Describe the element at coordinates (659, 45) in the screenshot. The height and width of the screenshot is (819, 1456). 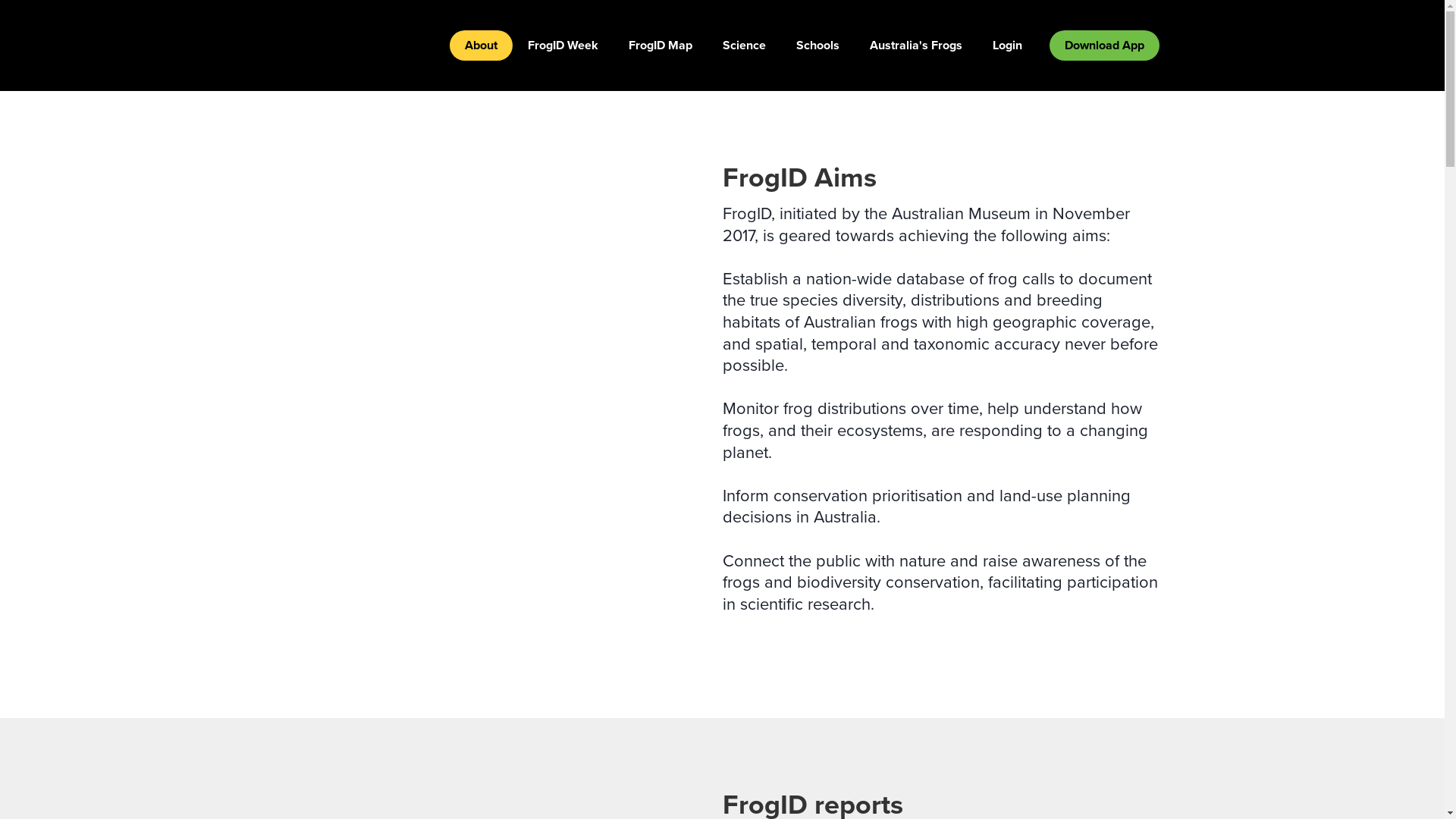
I see `'FrogID Map'` at that location.